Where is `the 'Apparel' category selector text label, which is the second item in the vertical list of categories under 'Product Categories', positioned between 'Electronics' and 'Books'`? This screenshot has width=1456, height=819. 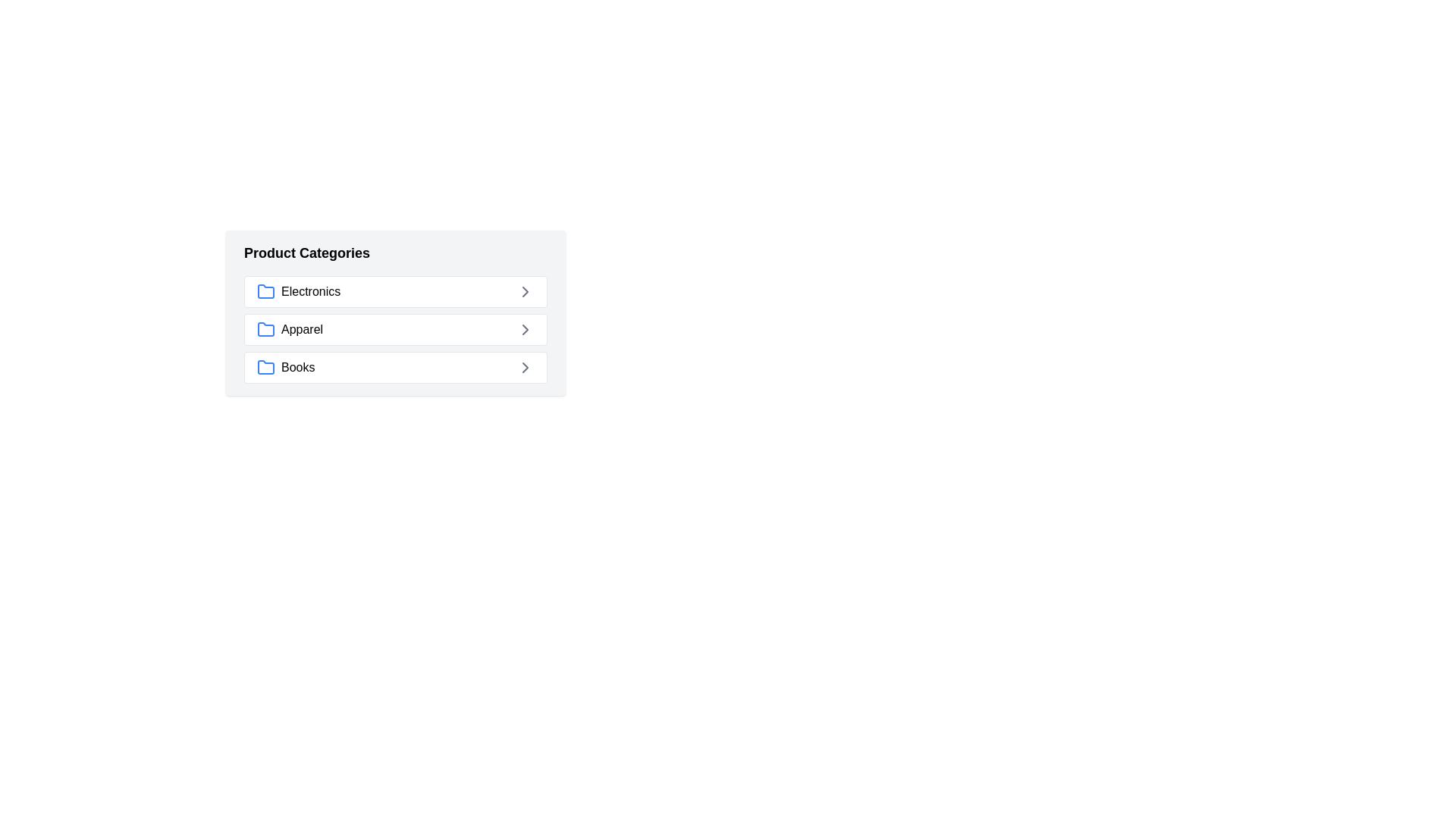 the 'Apparel' category selector text label, which is the second item in the vertical list of categories under 'Product Categories', positioned between 'Electronics' and 'Books' is located at coordinates (290, 329).